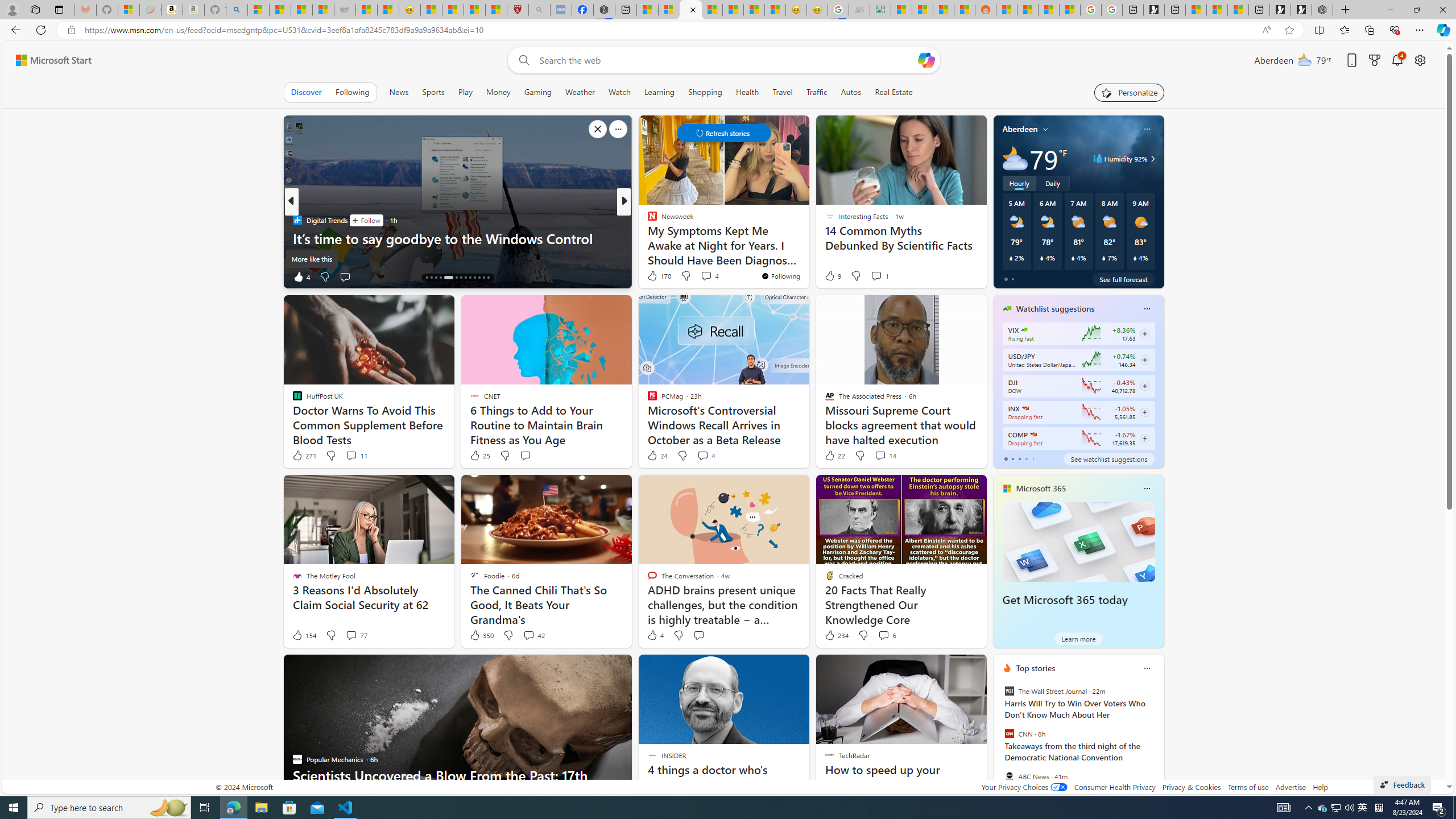  What do you see at coordinates (427, 277) in the screenshot?
I see `'AutomationID: tab-14'` at bounding box center [427, 277].